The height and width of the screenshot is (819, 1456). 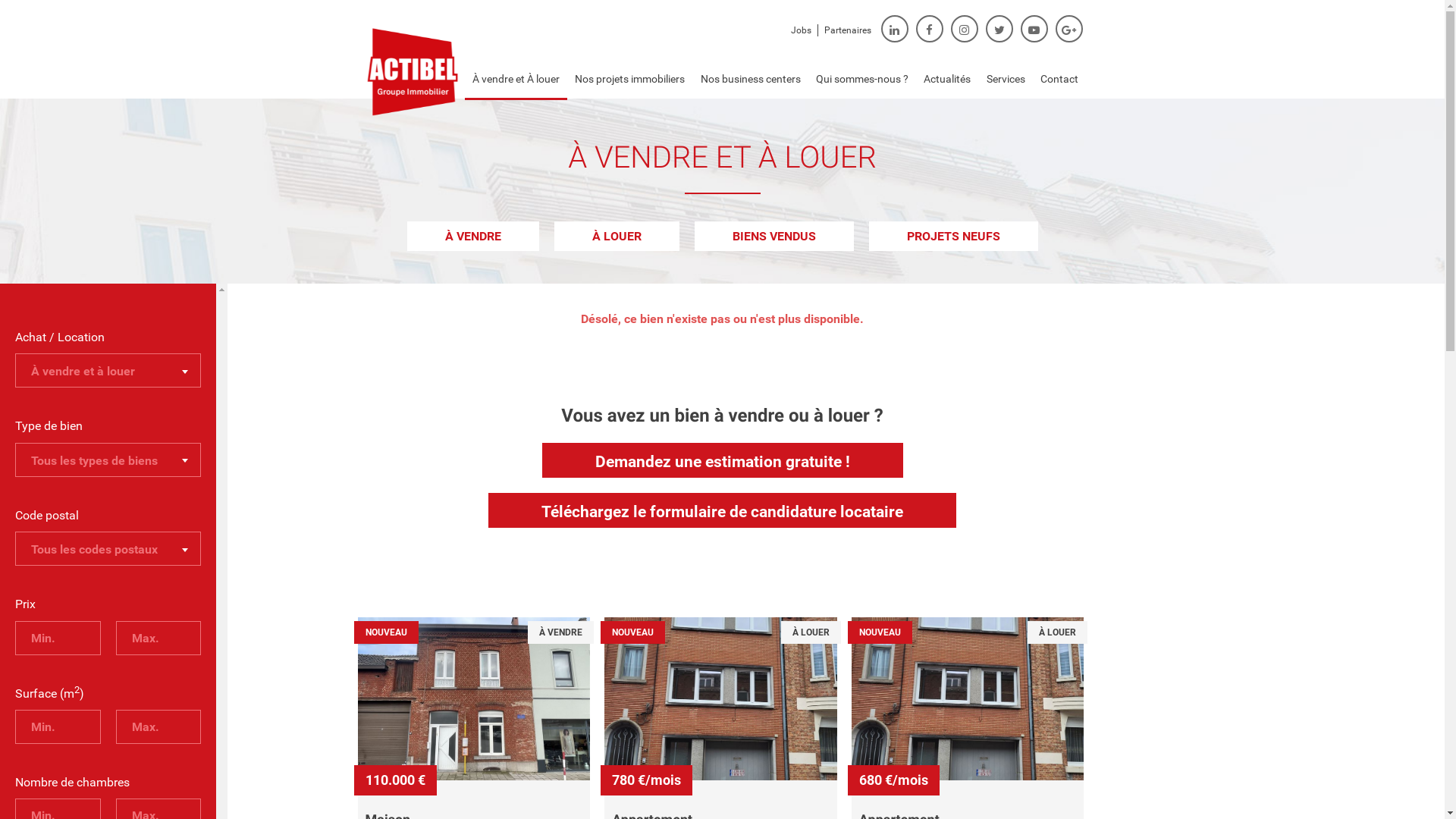 I want to click on 'LinkedIn', so click(x=895, y=29).